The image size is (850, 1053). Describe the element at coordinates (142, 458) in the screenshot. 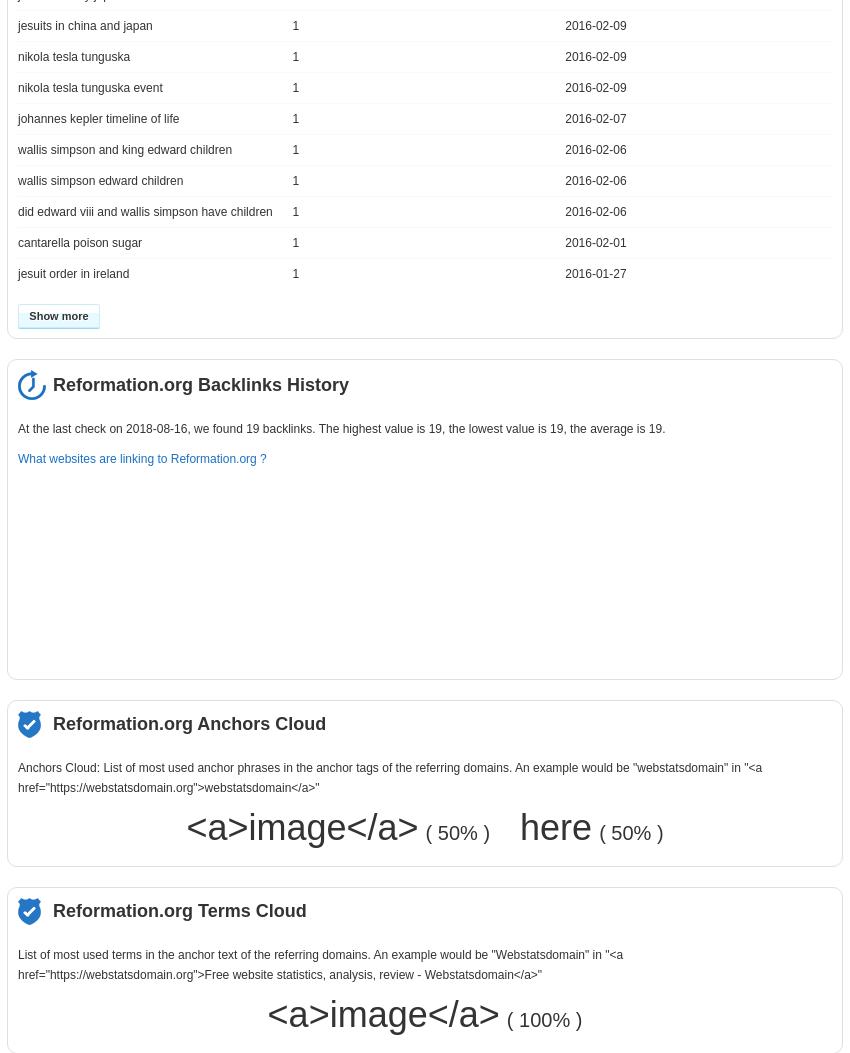

I see `'What websites
                    are linking to Reformation.org                    ?'` at that location.